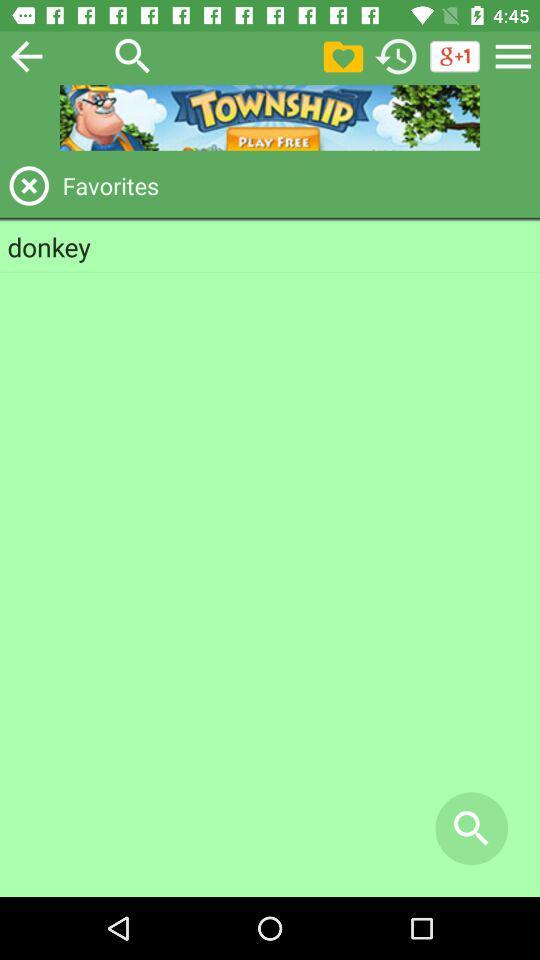 The width and height of the screenshot is (540, 960). Describe the element at coordinates (133, 55) in the screenshot. I see `the search icon` at that location.